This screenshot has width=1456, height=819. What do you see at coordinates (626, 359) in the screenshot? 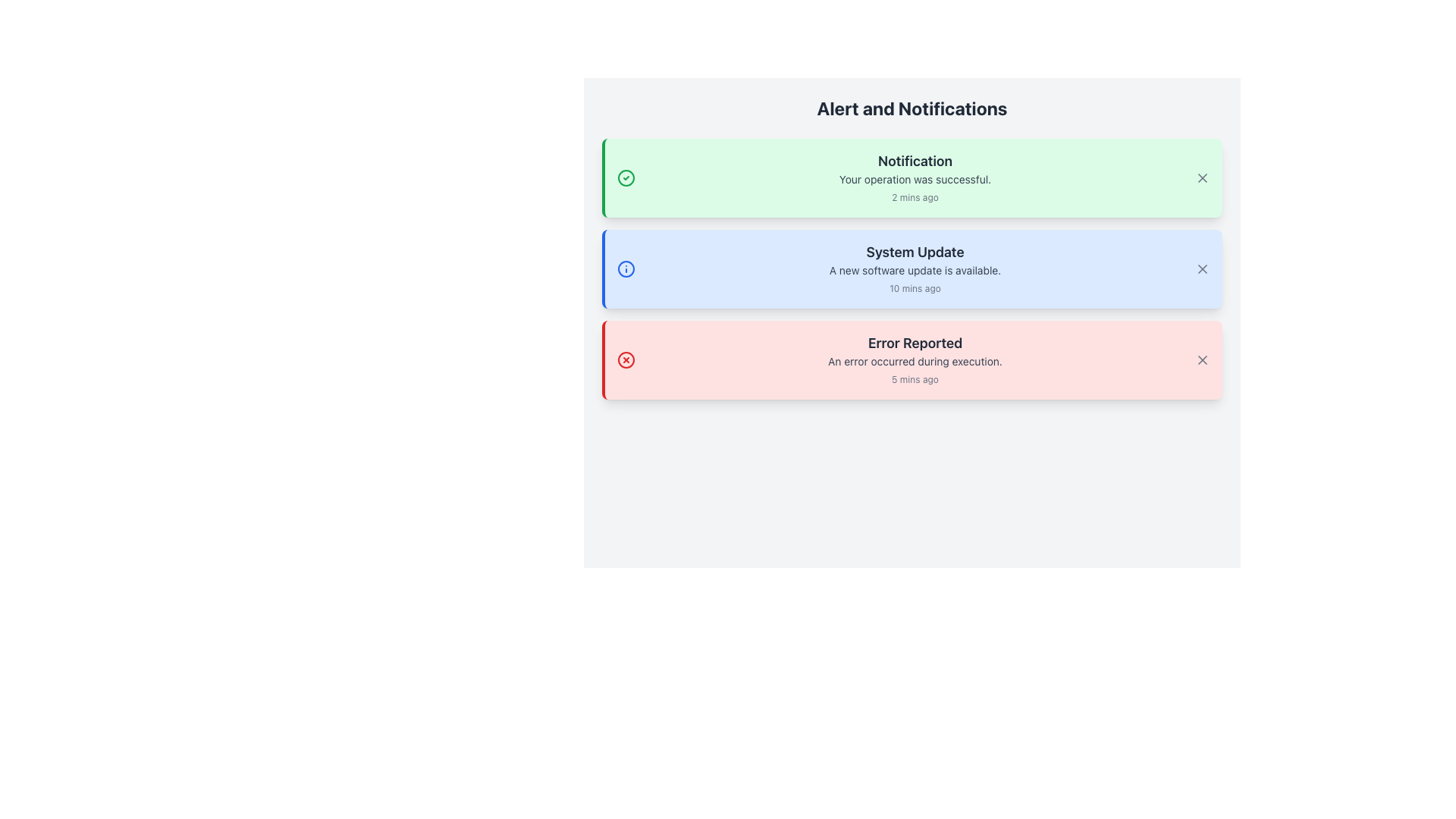
I see `the circular graphic component of the red error icon located in the bottom notification card to trigger visual feedback` at bounding box center [626, 359].